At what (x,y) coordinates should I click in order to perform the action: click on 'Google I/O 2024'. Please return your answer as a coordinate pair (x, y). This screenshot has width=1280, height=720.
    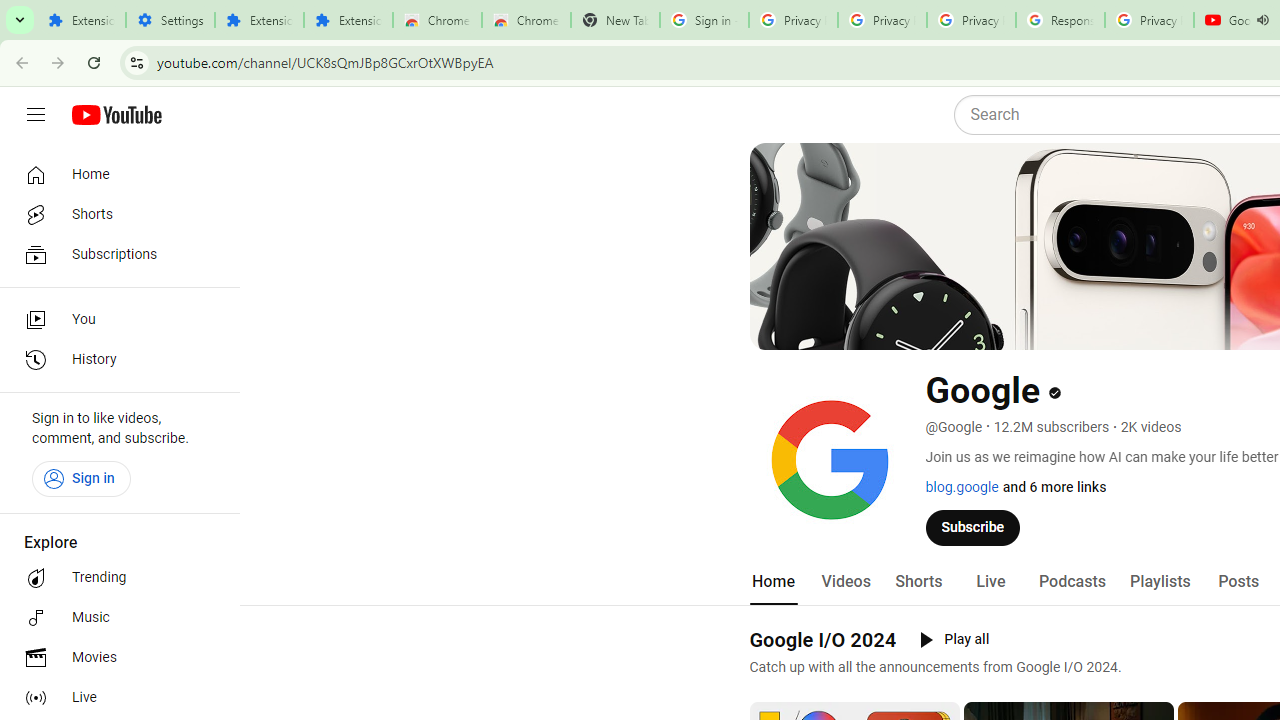
    Looking at the image, I should click on (823, 639).